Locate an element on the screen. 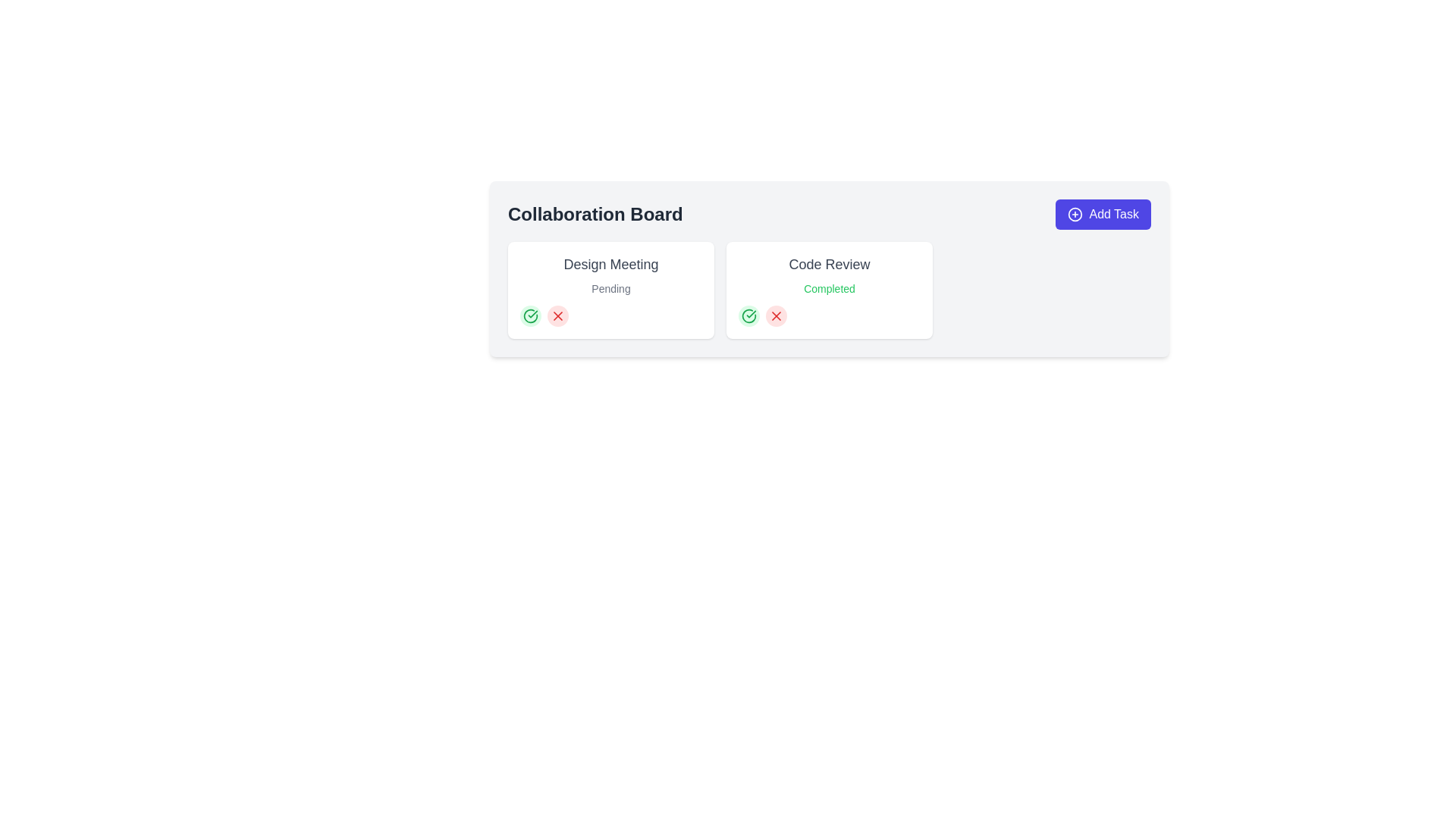  the small green circular icon button with a checkmark symbol, located below the 'Design Meeting' section on the collaboration board, to confirm or indicate completion is located at coordinates (531, 315).